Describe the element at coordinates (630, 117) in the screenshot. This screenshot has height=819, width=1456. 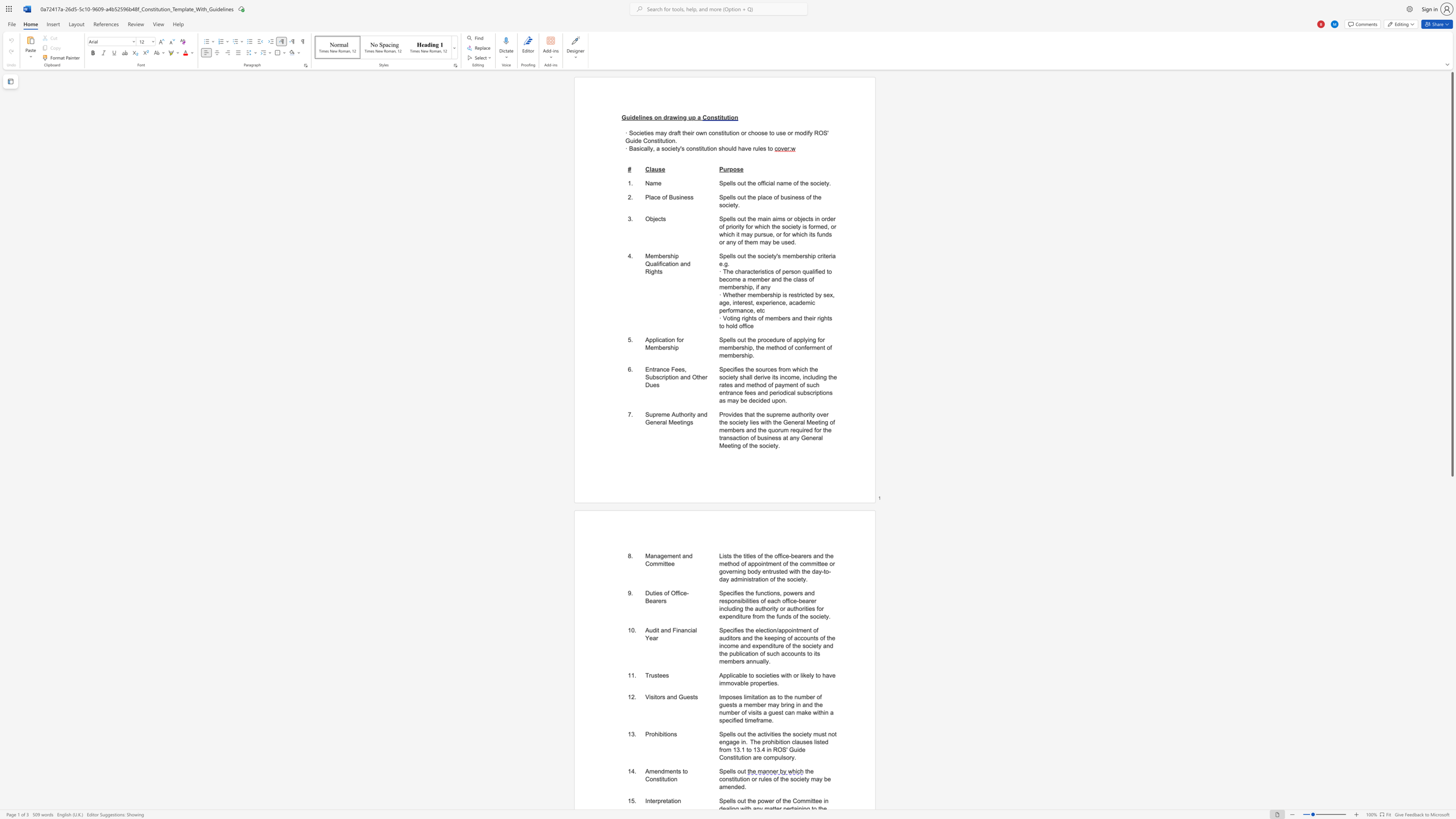
I see `the 1th character "i" in the text` at that location.